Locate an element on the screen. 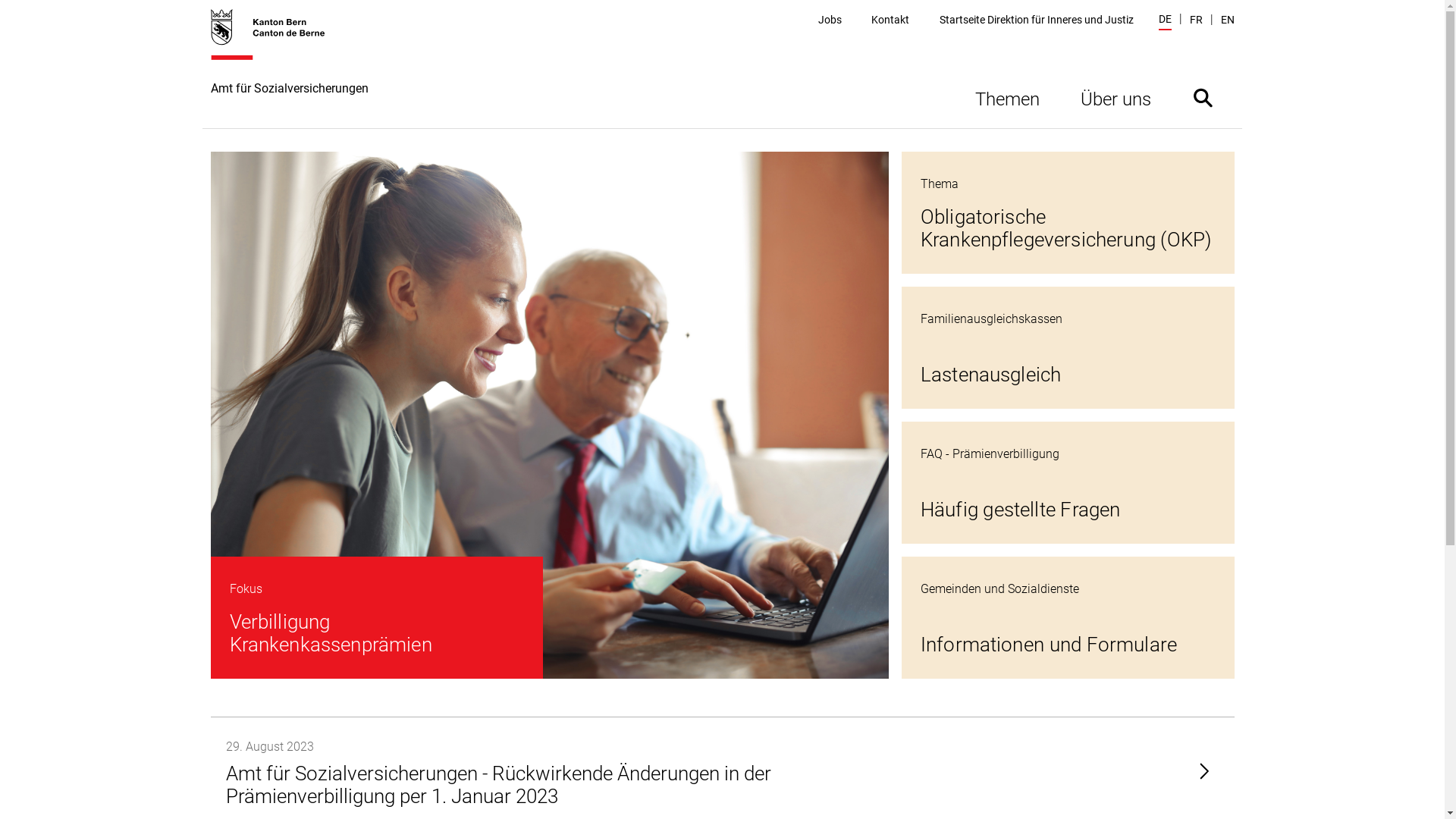 Image resolution: width=1456 pixels, height=819 pixels. 'EN' is located at coordinates (1227, 20).